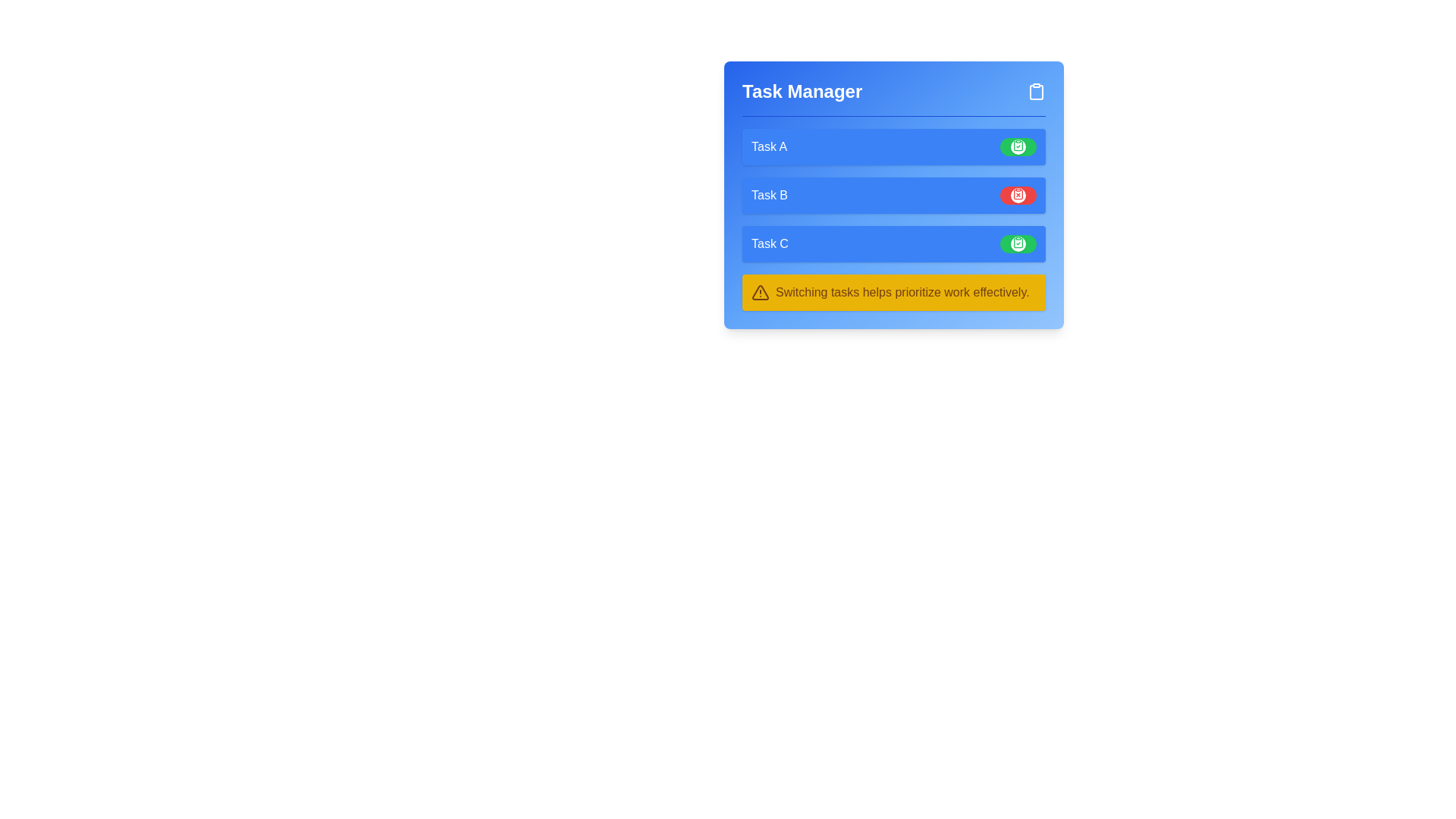  Describe the element at coordinates (1018, 146) in the screenshot. I see `the status toggle icon for 'Task A' located in the top-right corner of its entry` at that location.